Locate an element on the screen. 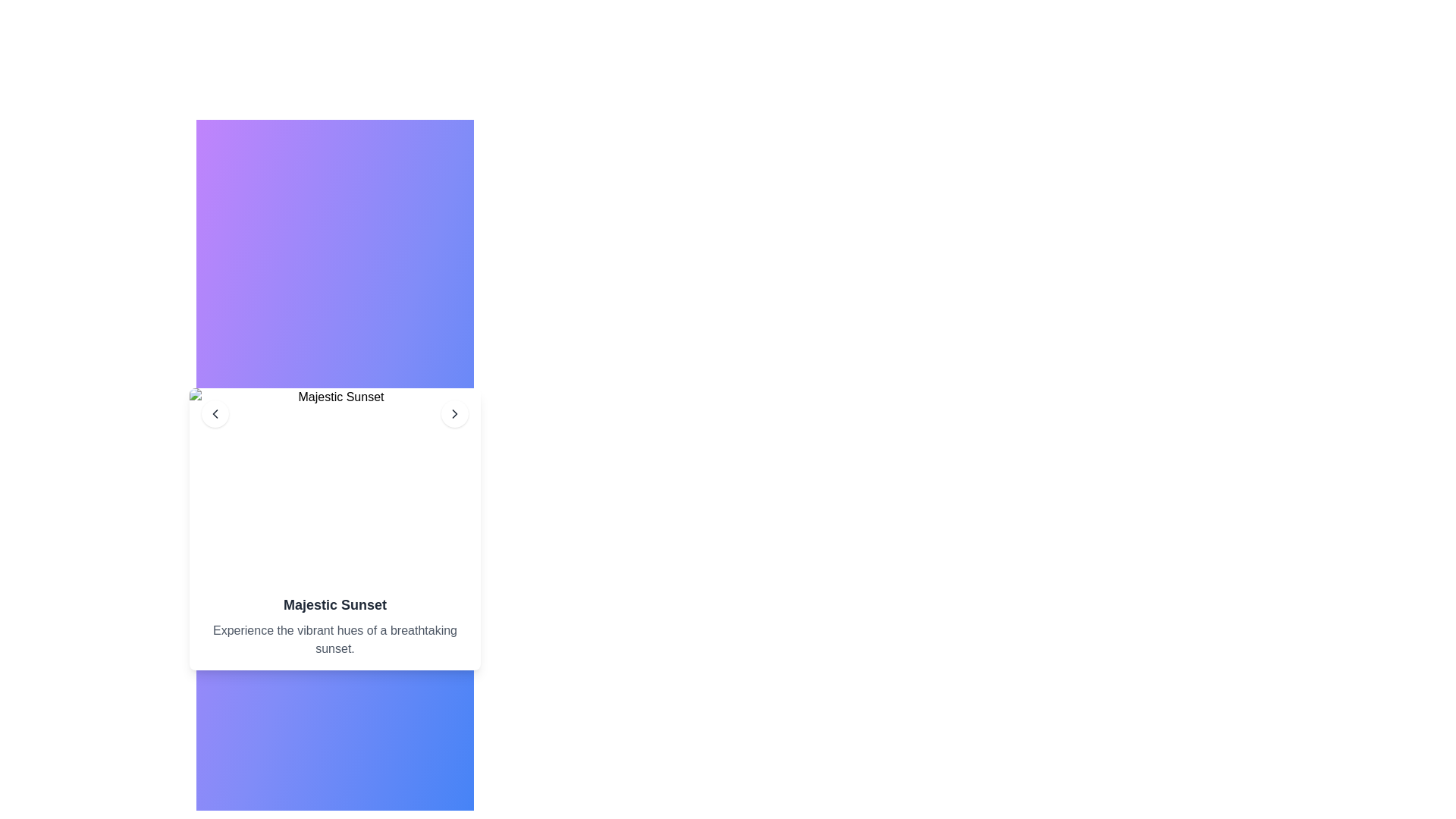 The image size is (1456, 819). the circular white button with a chevron icon located at the top-right corner of the card interface is located at coordinates (454, 414).